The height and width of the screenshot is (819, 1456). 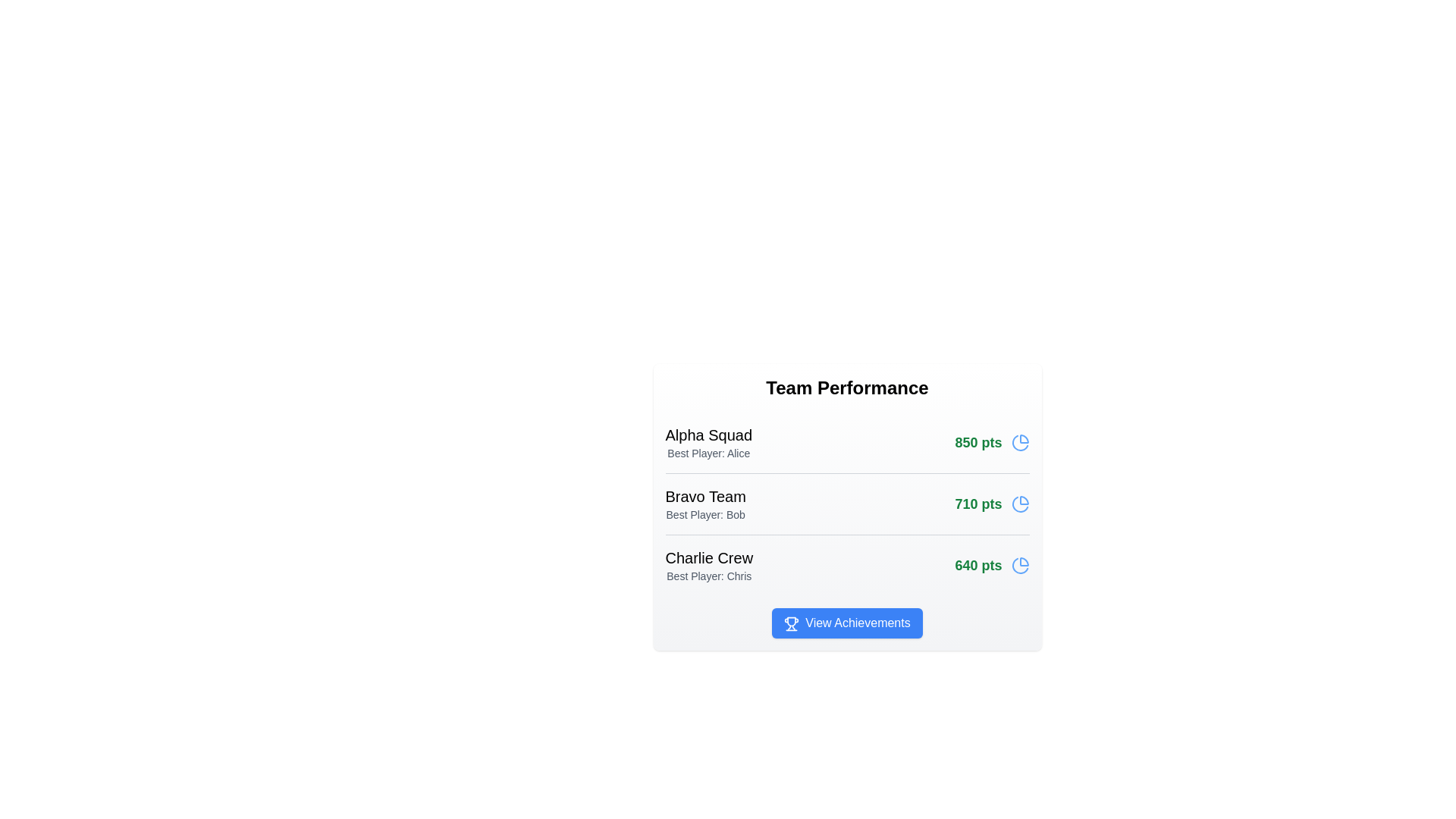 I want to click on the team score to view details for Charlie Crew, so click(x=992, y=565).